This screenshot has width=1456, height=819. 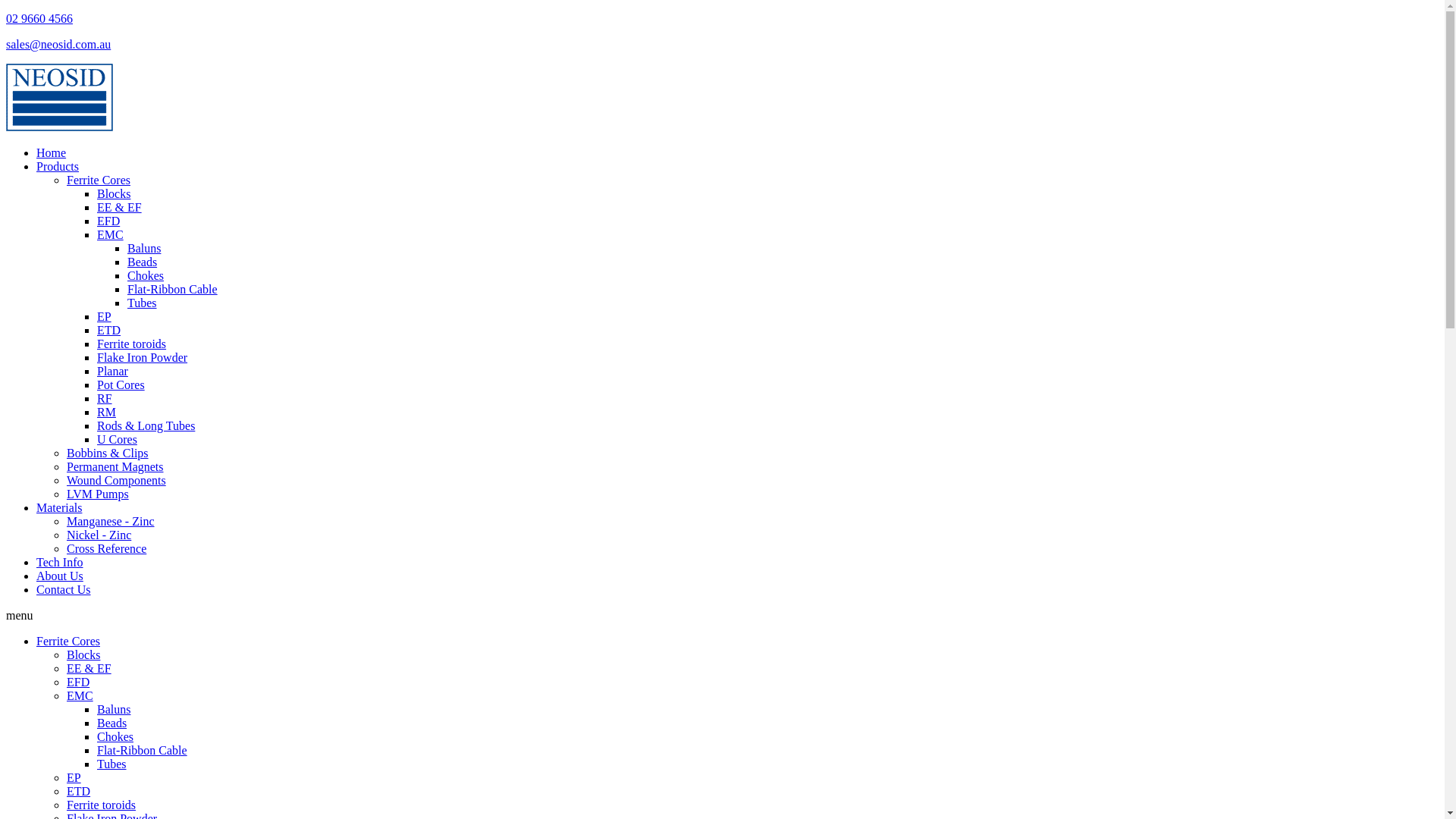 I want to click on 'Flake Iron Powder', so click(x=142, y=357).